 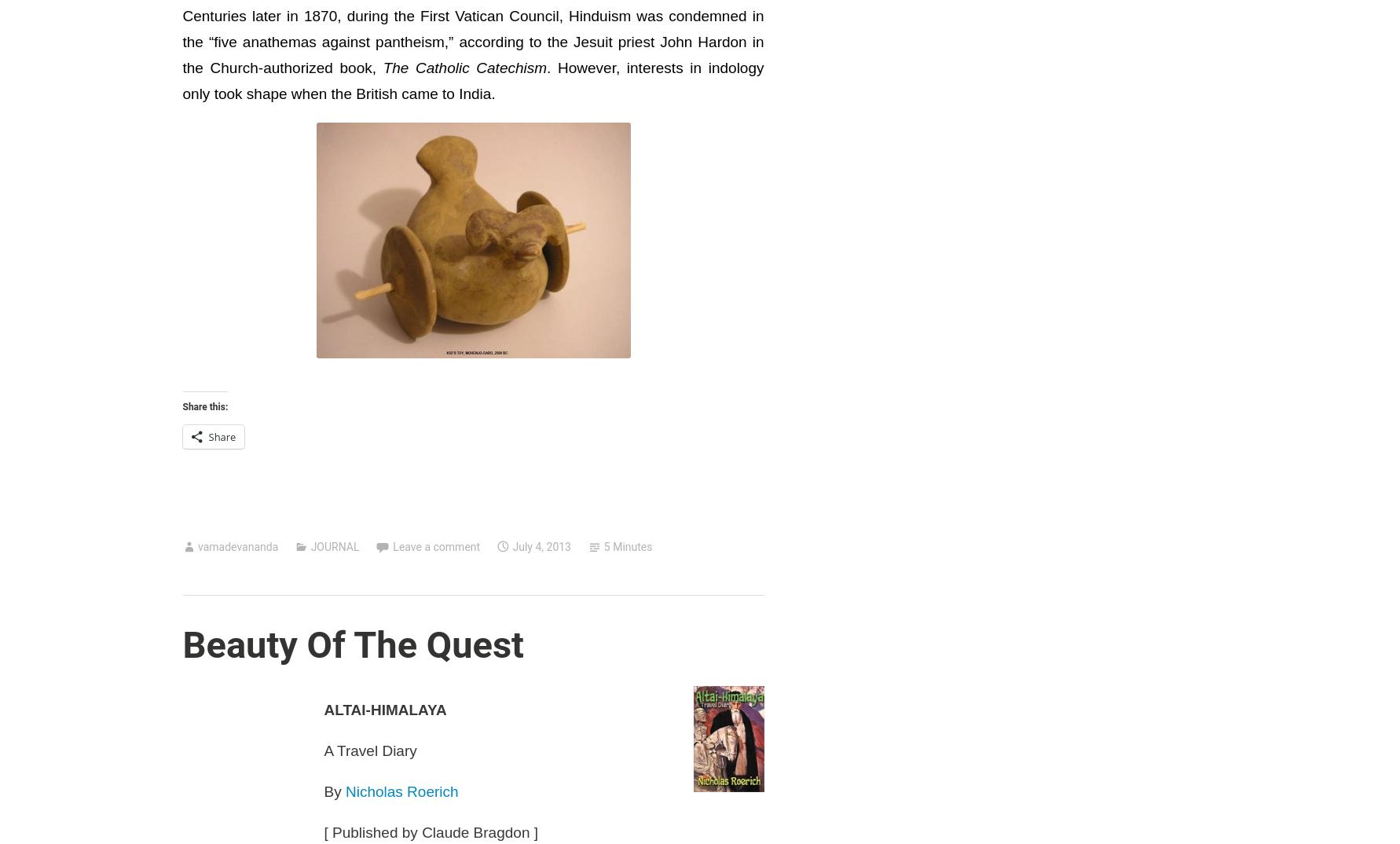 I want to click on 'July 4, 2013', so click(x=540, y=545).